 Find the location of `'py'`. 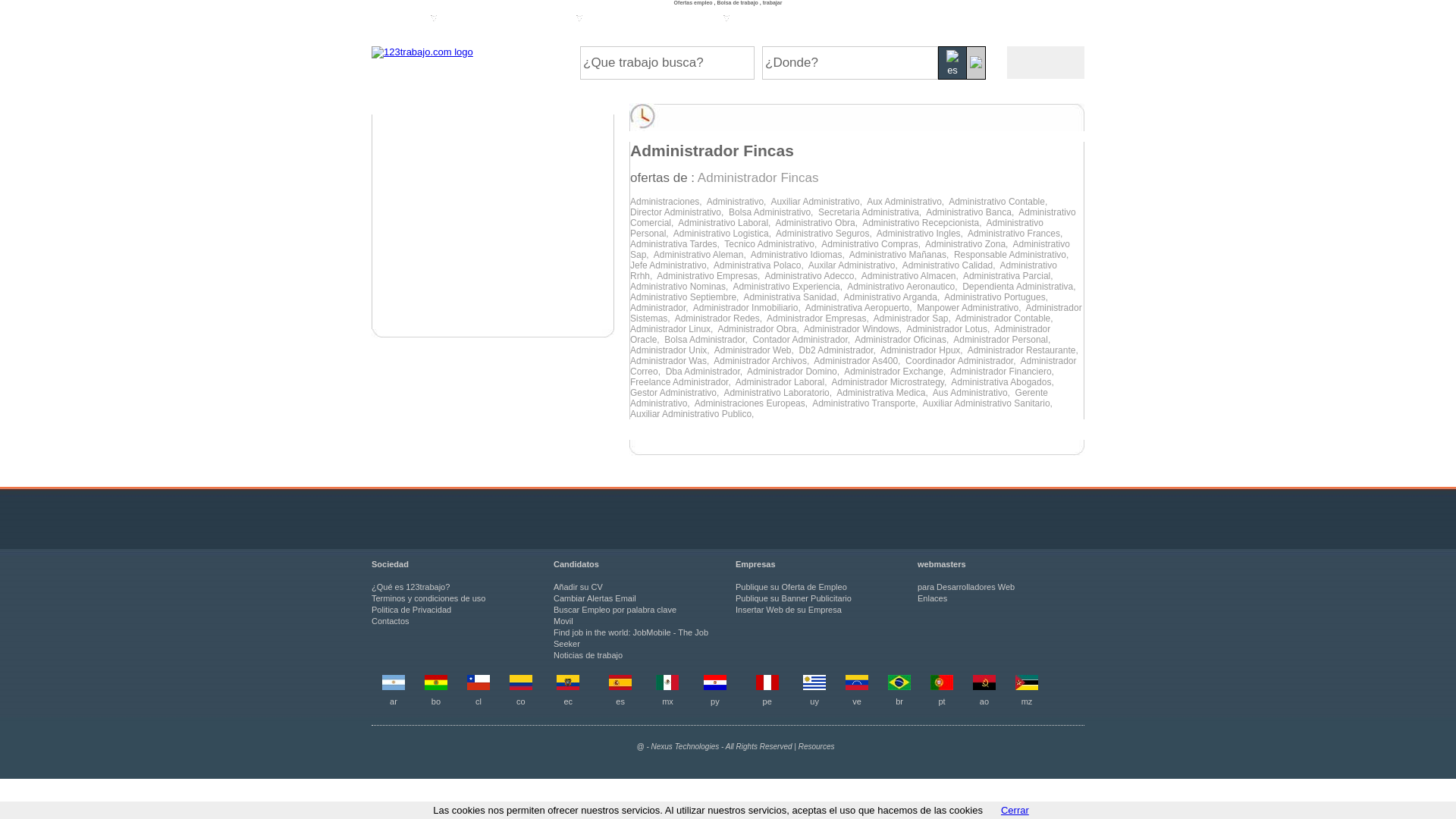

'py' is located at coordinates (714, 701).